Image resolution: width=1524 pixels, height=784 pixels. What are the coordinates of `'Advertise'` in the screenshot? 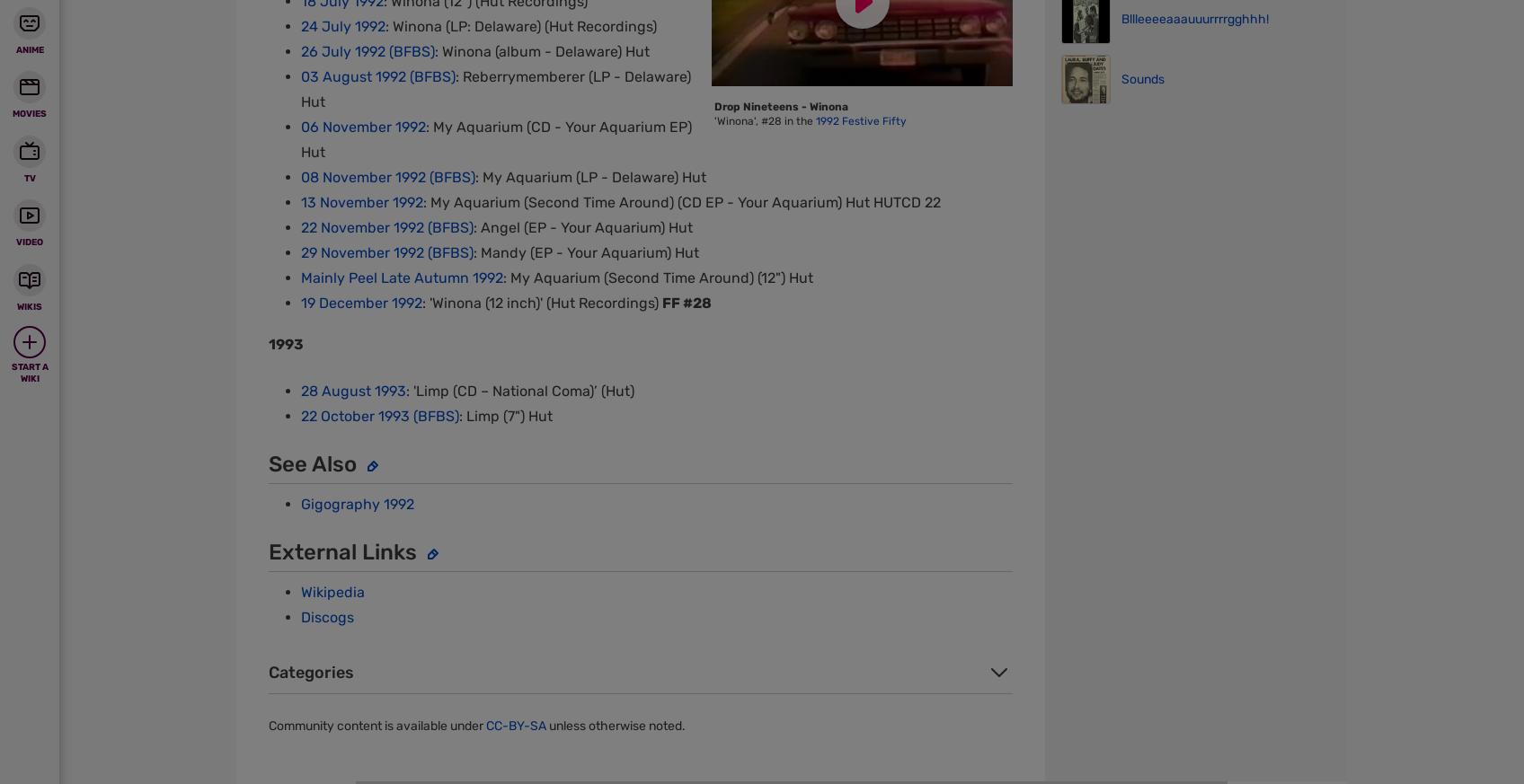 It's located at (831, 70).